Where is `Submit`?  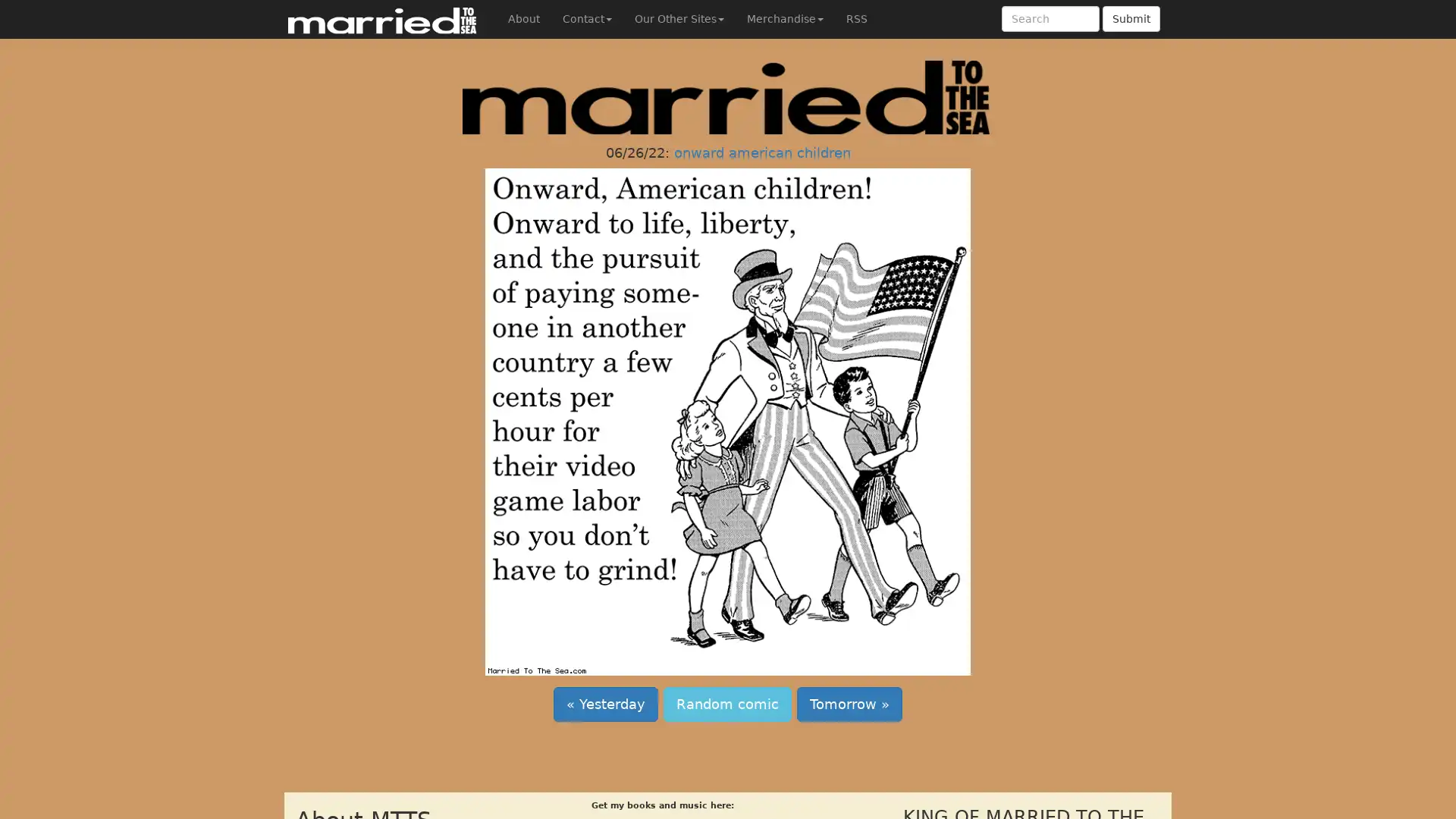 Submit is located at coordinates (1131, 18).